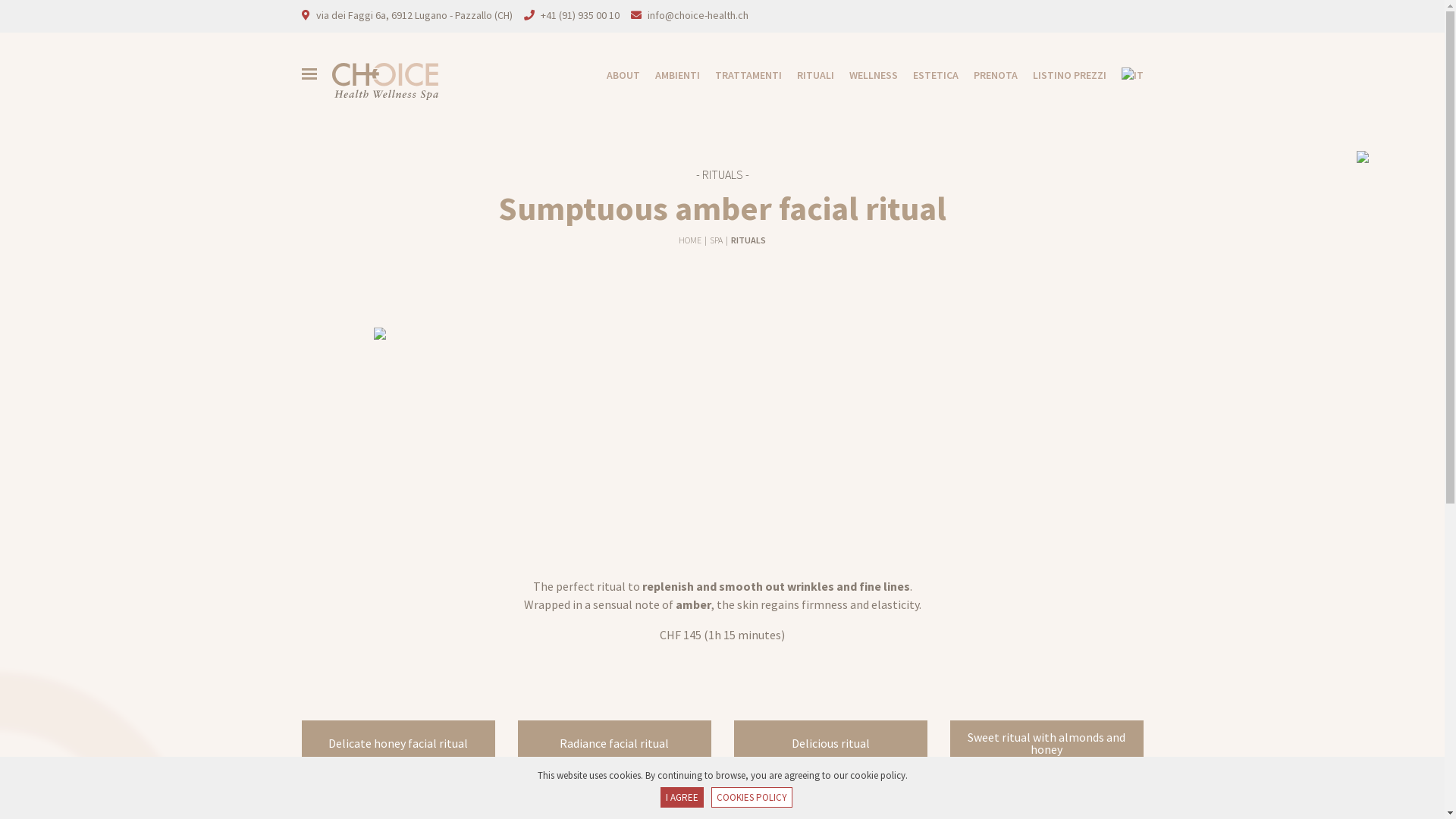 This screenshot has width=1456, height=819. Describe the element at coordinates (957, 75) in the screenshot. I see `'PRENOTA'` at that location.